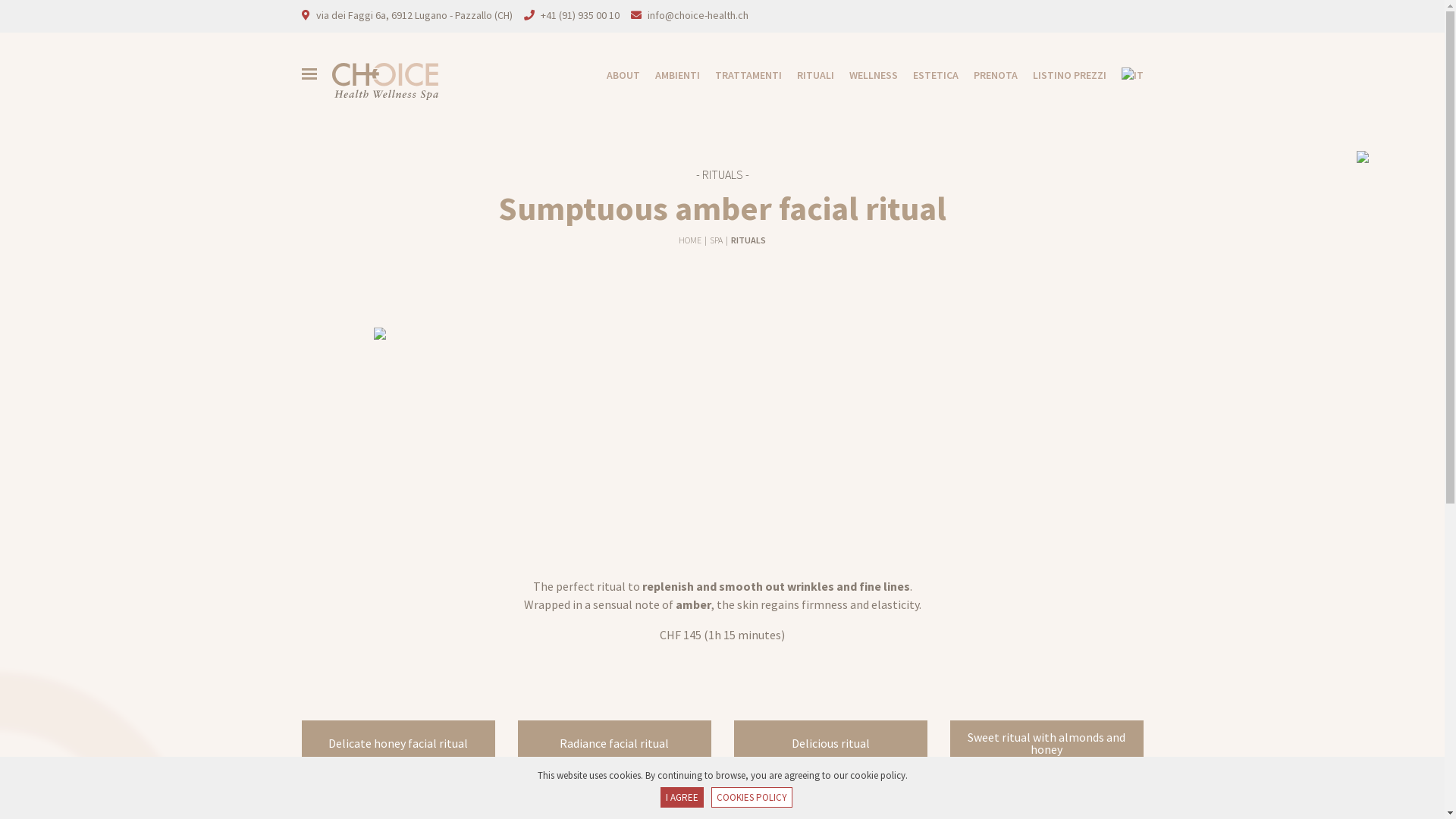 This screenshot has width=1456, height=819. Describe the element at coordinates (957, 75) in the screenshot. I see `'PRENOTA'` at that location.